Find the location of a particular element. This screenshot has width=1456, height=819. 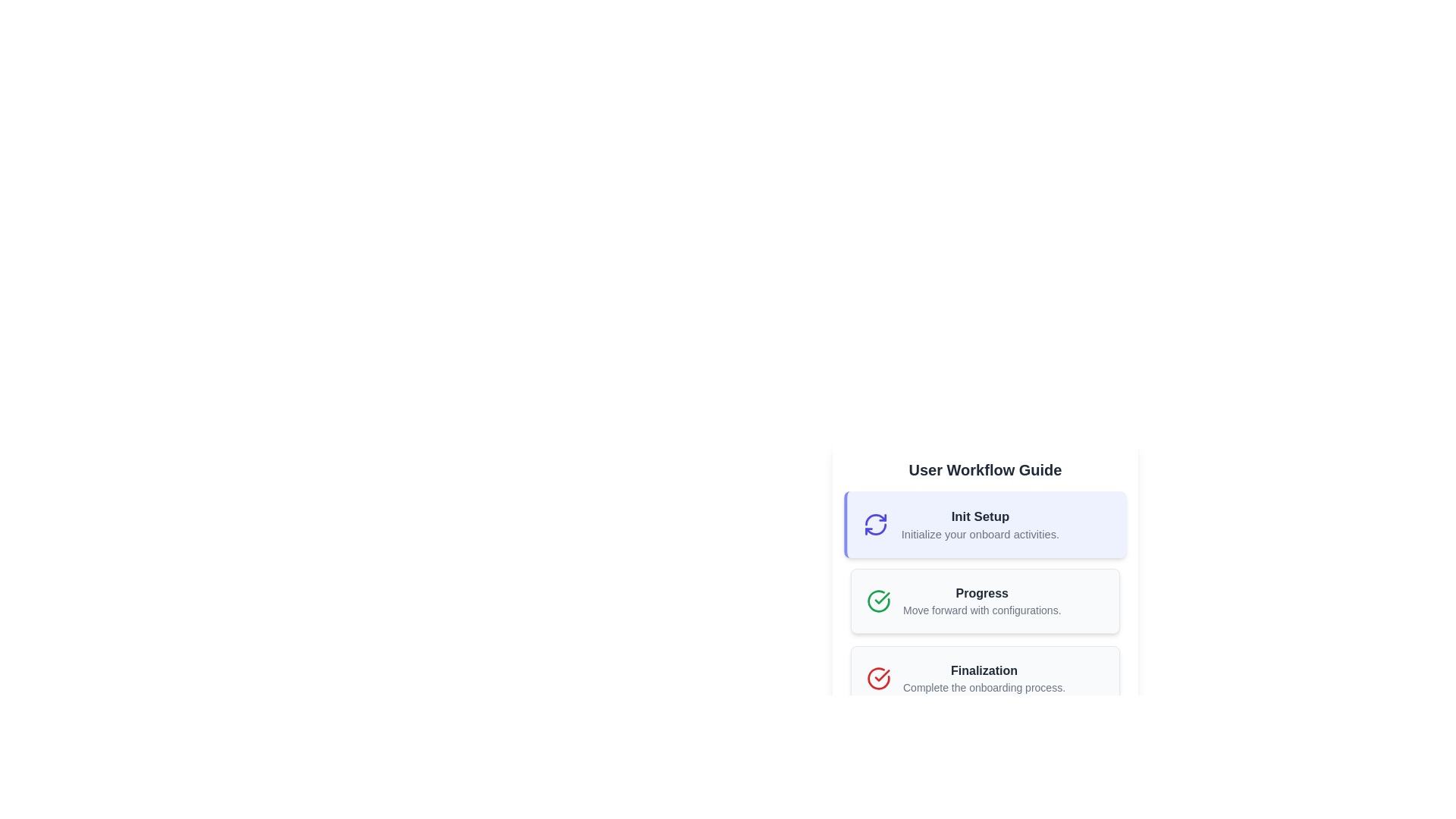

the large centered header labeled 'User Workflow Guide', which is styled in bold dark text and located at the top center of the interface is located at coordinates (985, 469).